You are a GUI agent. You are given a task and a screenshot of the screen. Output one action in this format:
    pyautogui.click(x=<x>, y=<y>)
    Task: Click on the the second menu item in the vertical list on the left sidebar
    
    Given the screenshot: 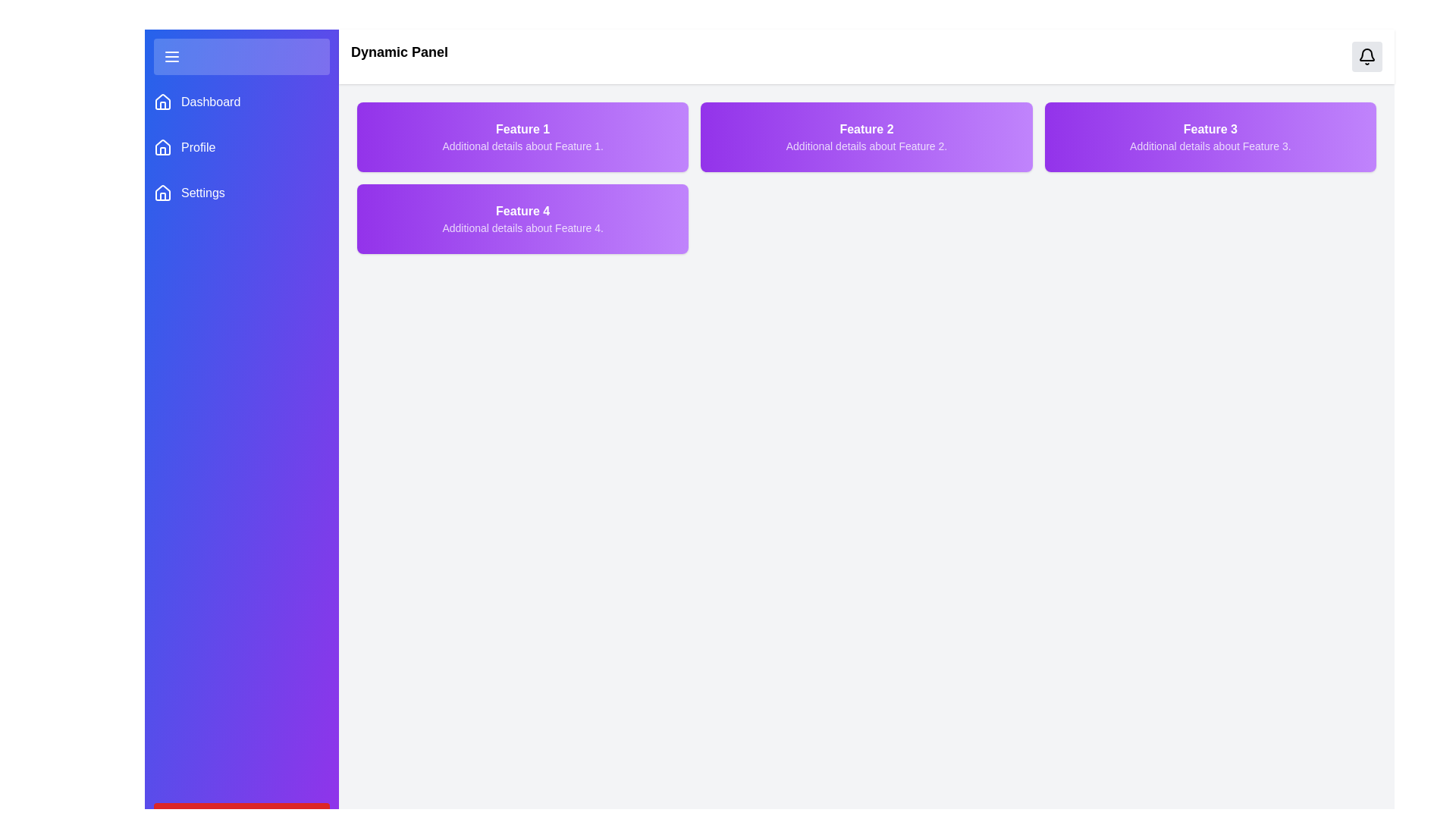 What is the action you would take?
    pyautogui.click(x=240, y=148)
    